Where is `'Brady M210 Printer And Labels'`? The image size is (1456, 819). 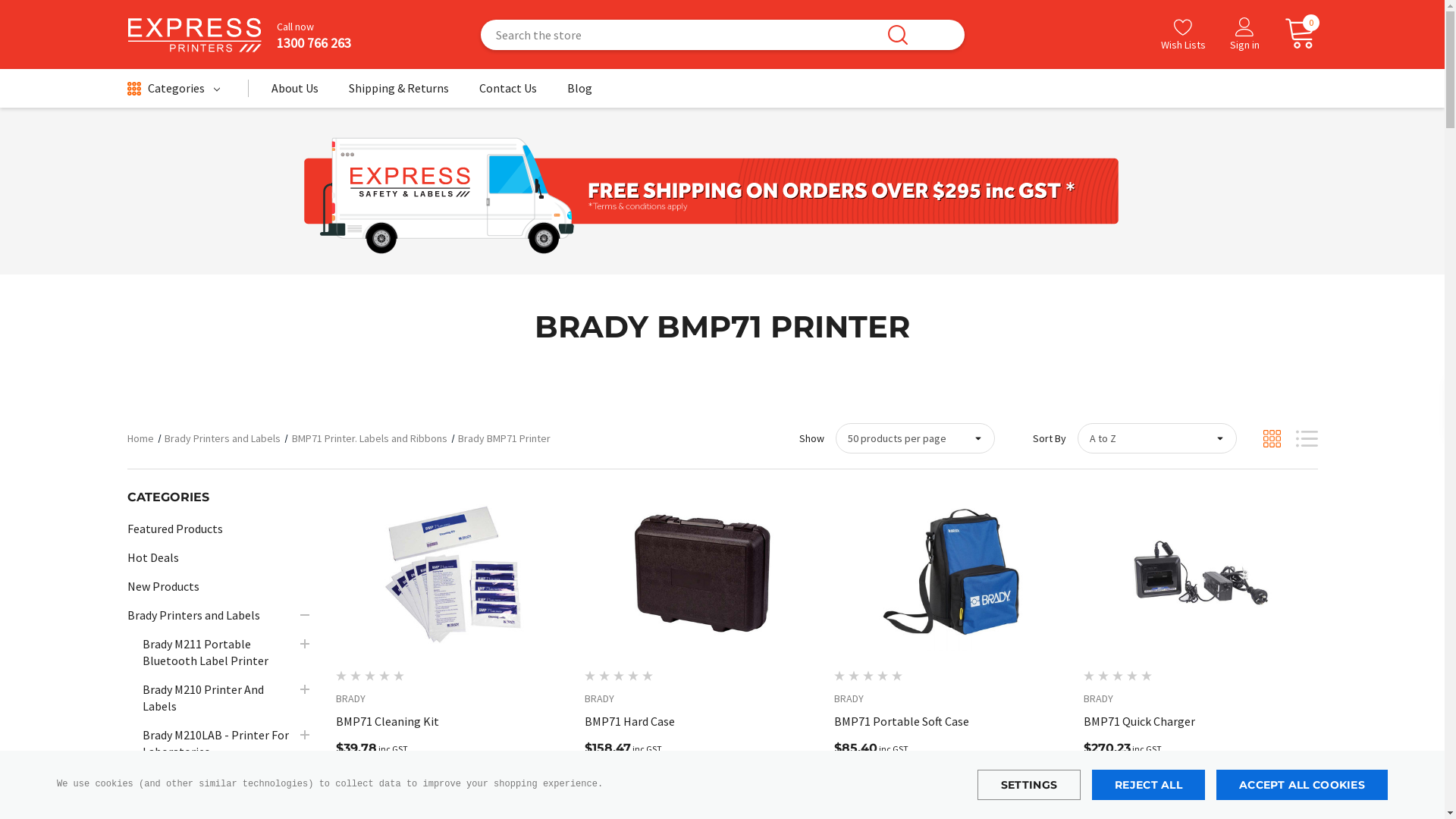 'Brady M210 Printer And Labels' is located at coordinates (218, 698).